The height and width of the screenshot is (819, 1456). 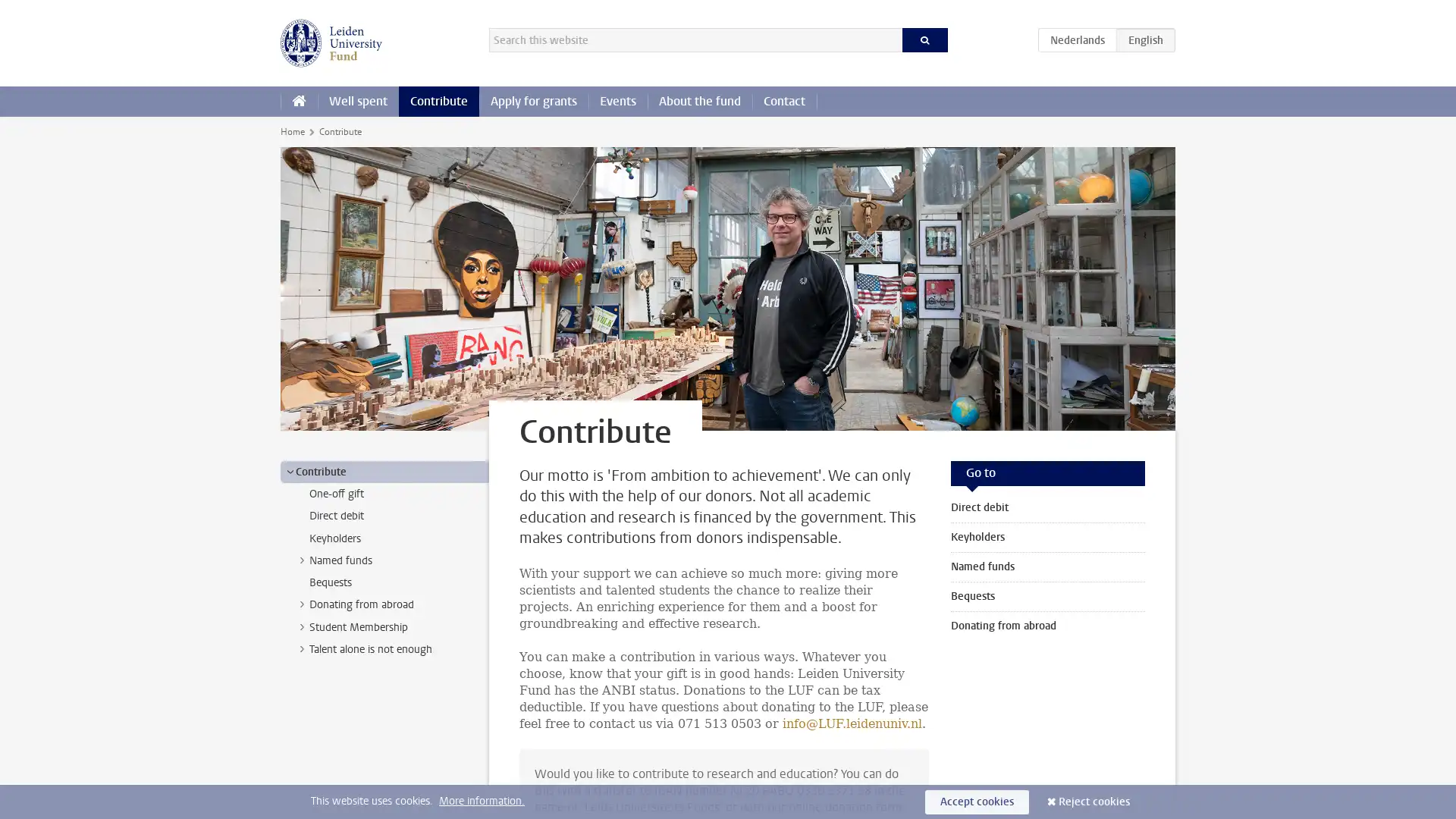 I want to click on Accept cookies, so click(x=977, y=801).